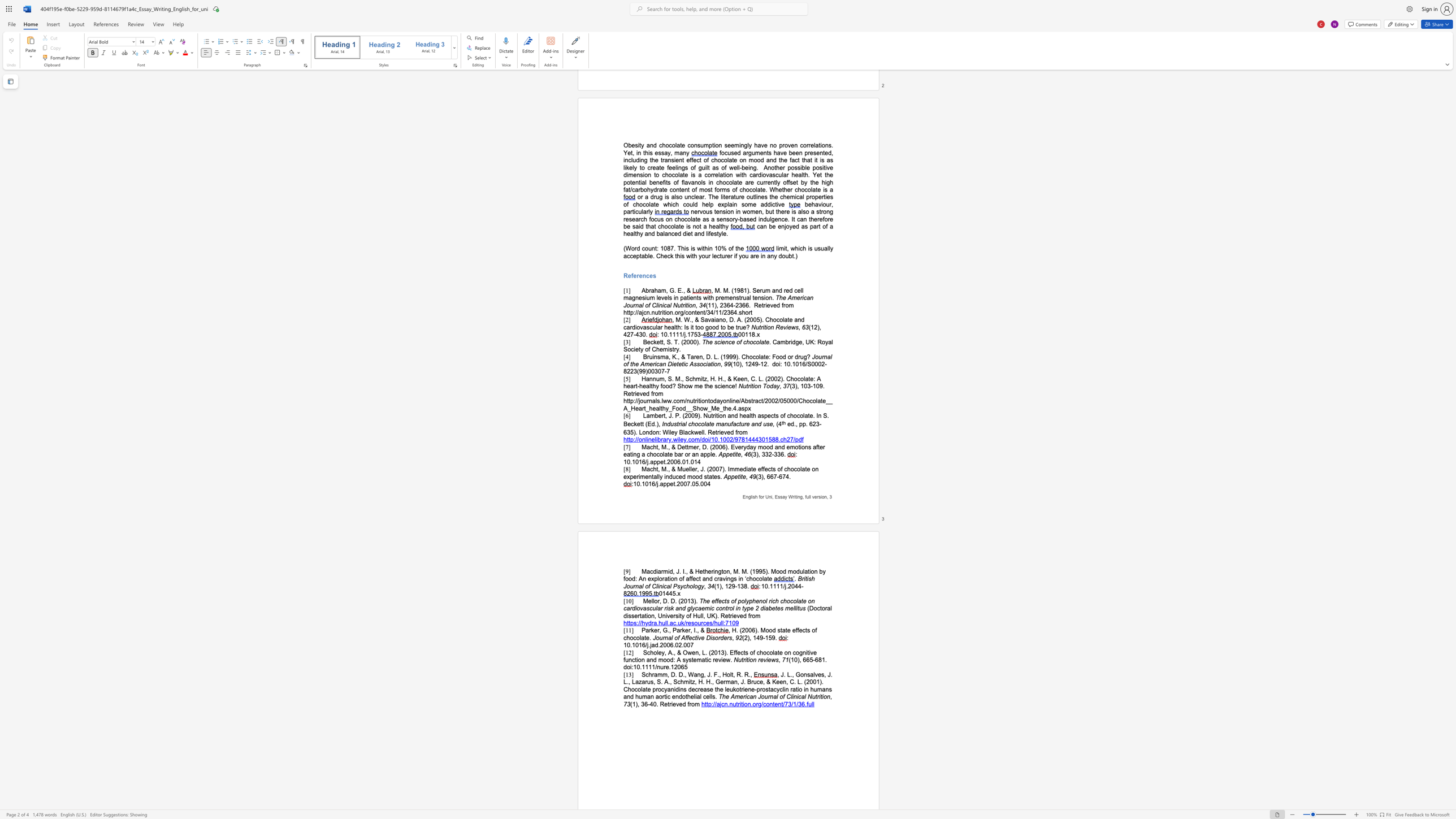  What do you see at coordinates (658, 630) in the screenshot?
I see `the subset text ", G., Parker" within the text "Parker, G., Parker, I., &"` at bounding box center [658, 630].